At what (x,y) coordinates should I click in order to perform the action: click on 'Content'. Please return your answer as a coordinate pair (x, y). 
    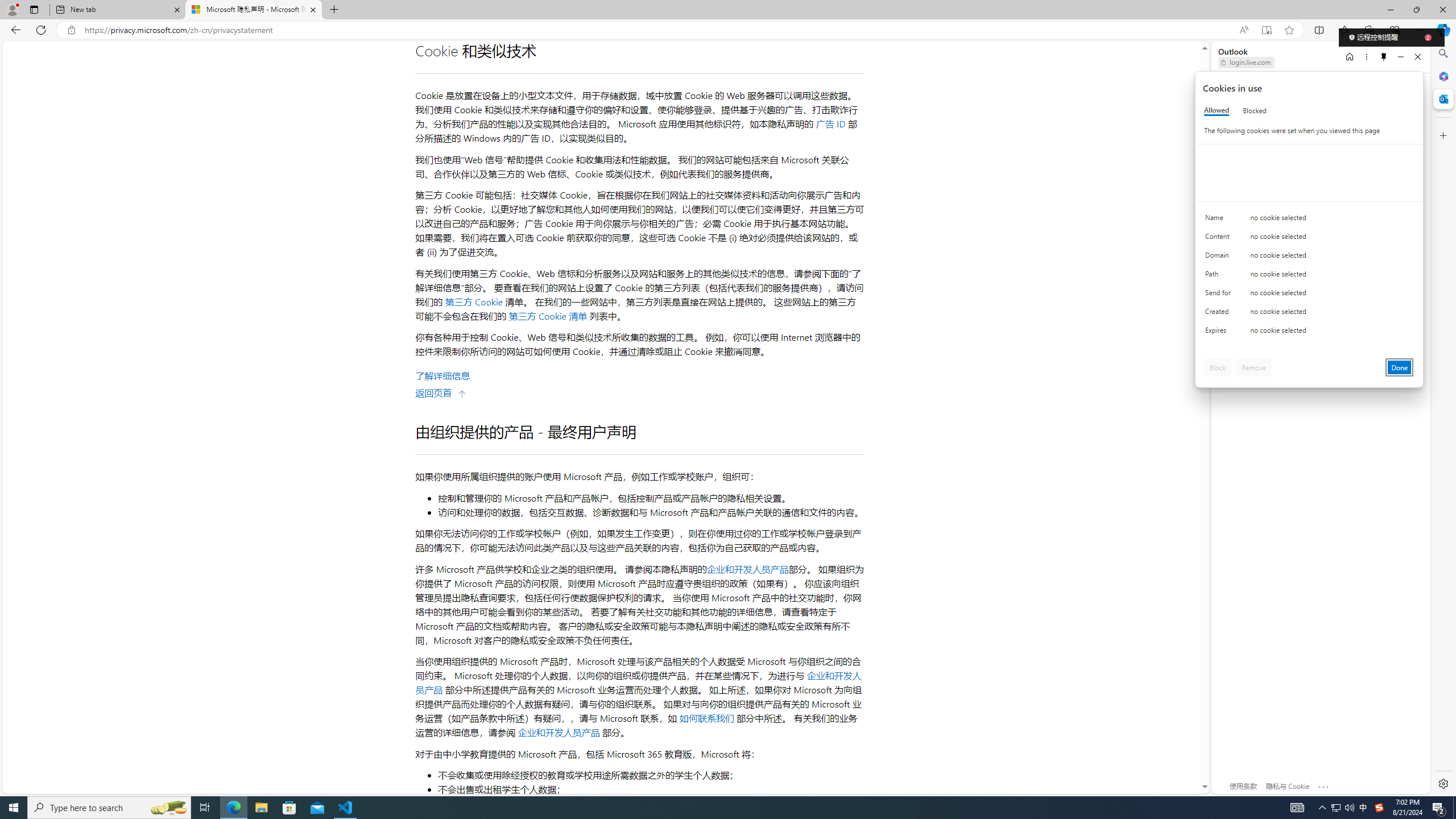
    Looking at the image, I should click on (1219, 239).